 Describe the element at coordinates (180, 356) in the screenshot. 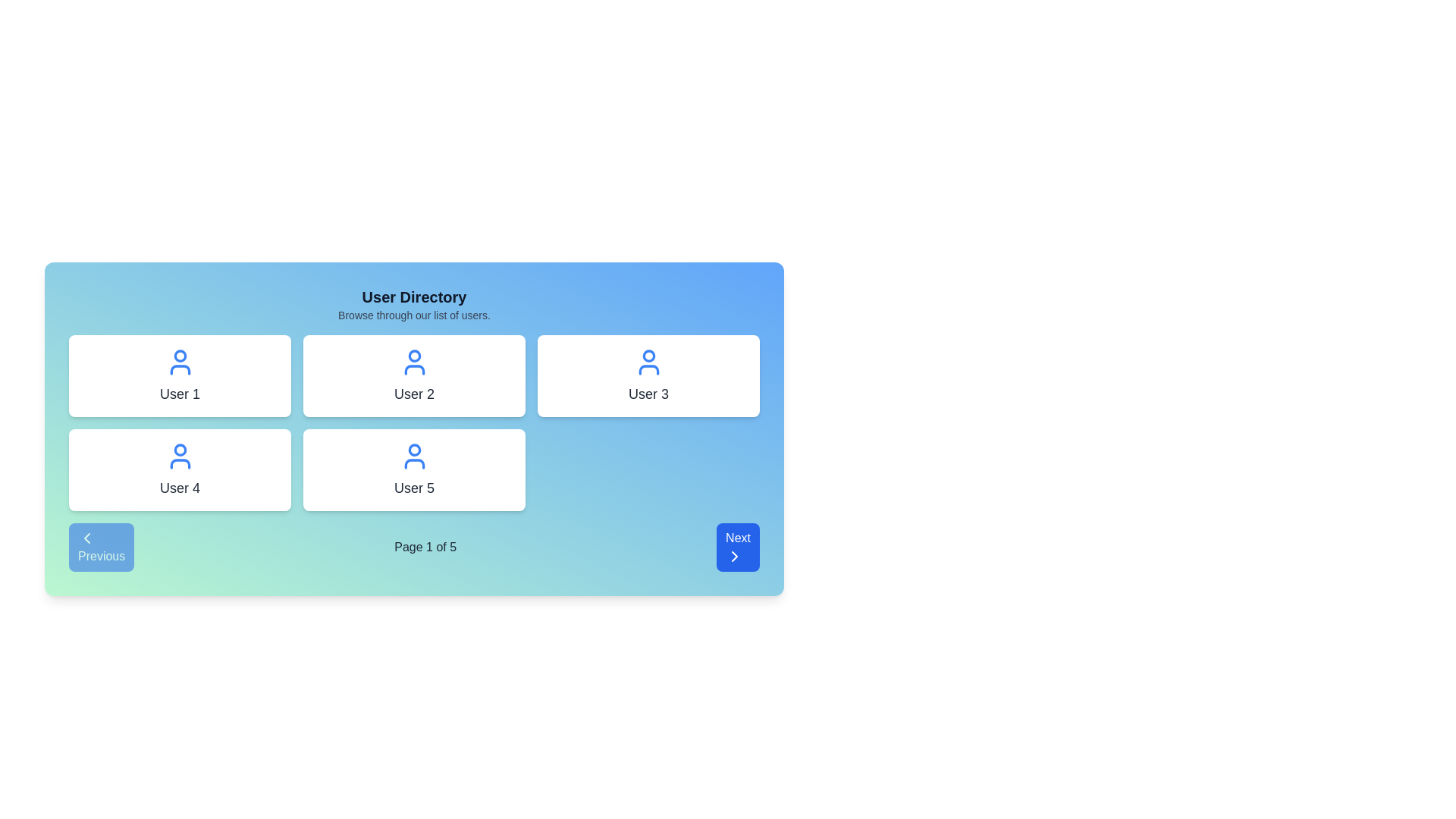

I see `the small blue circle resembling a user profile picture above the text label 'User 1' in the user grid layout` at that location.